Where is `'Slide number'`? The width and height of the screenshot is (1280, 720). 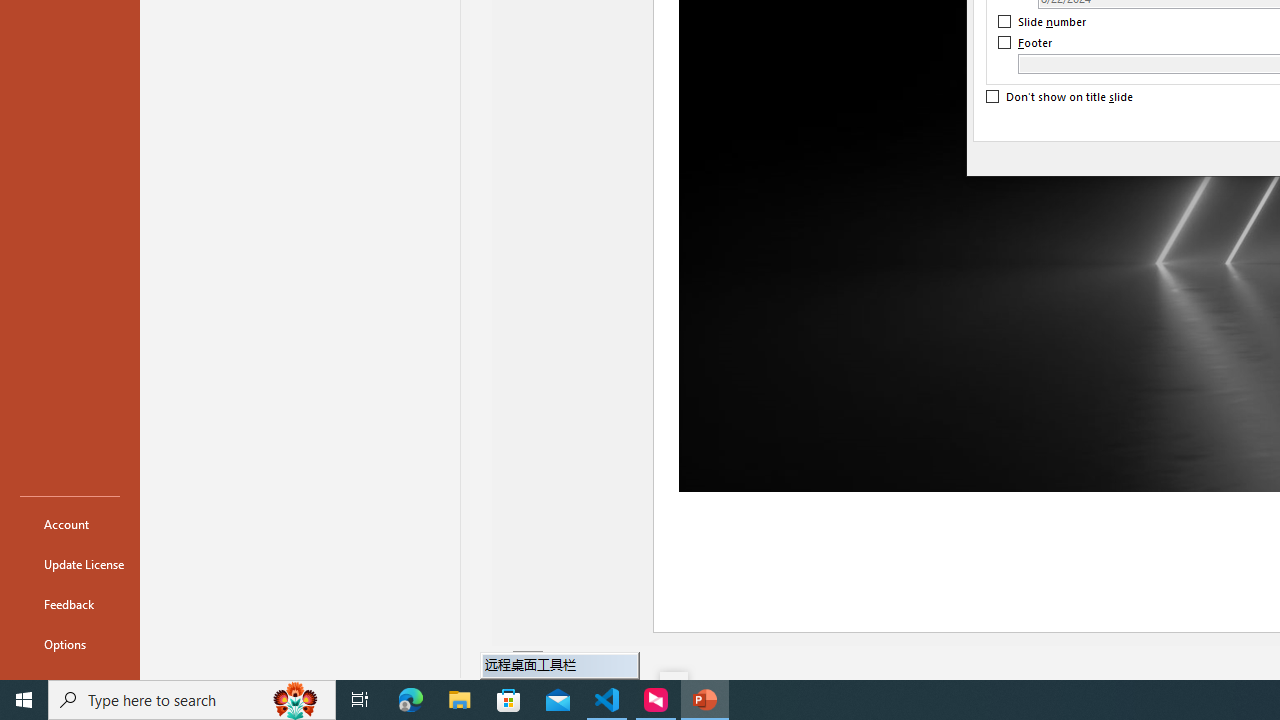
'Slide number' is located at coordinates (1042, 21).